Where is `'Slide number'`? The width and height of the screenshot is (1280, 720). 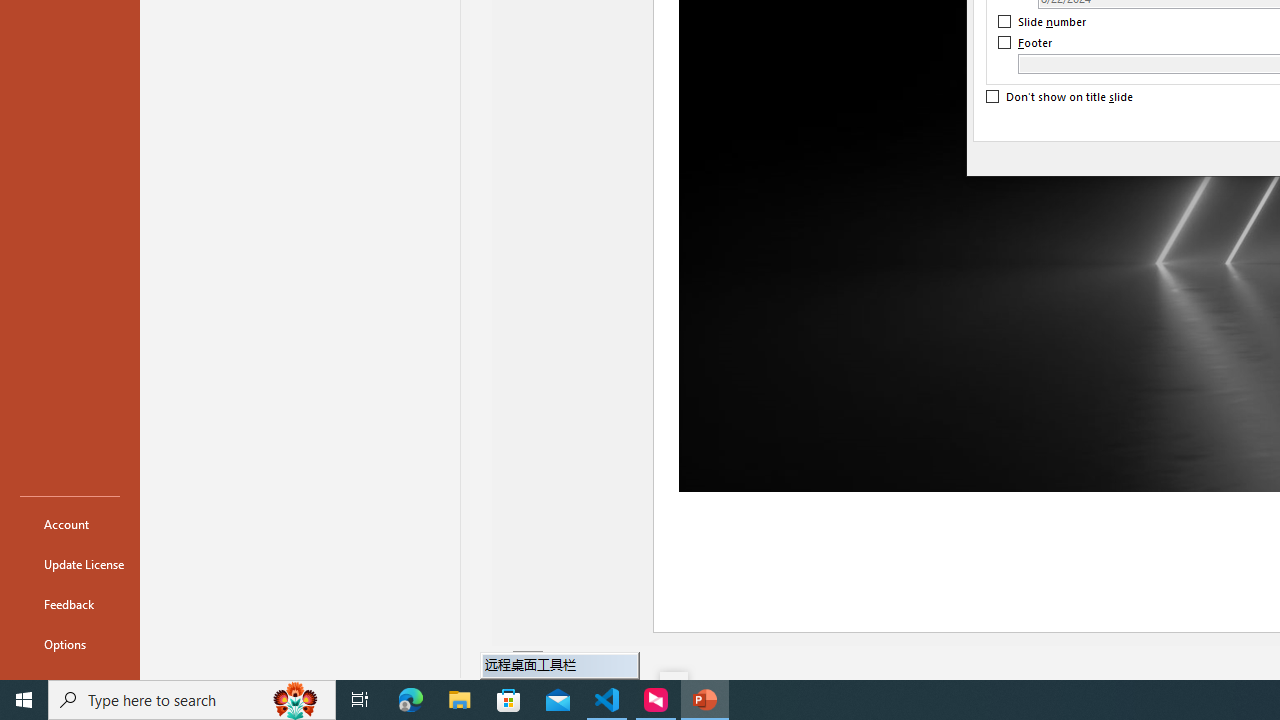
'Slide number' is located at coordinates (1042, 21).